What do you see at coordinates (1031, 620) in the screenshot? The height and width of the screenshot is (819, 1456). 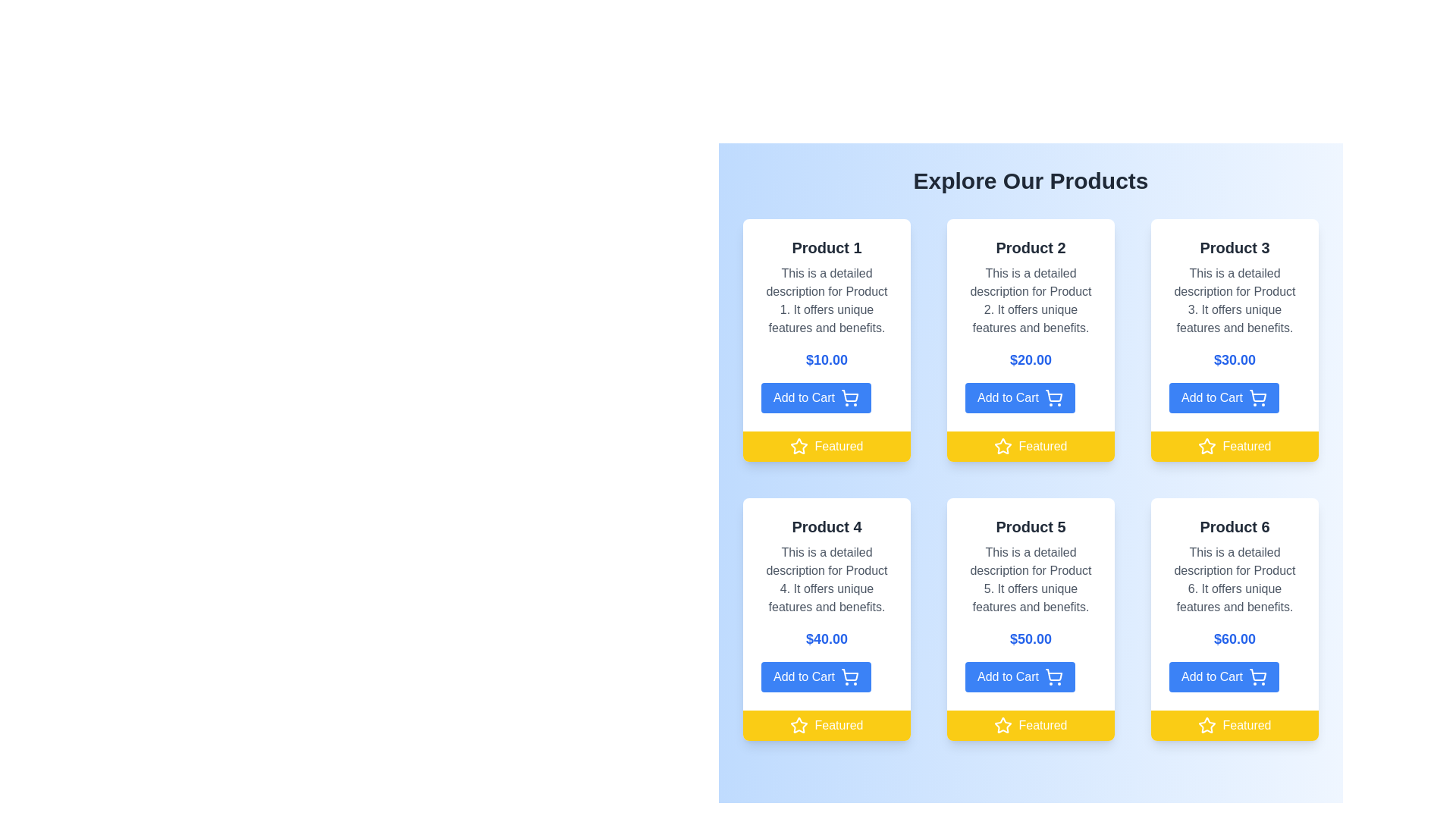 I see `the 'Add to Cart' button on the Product Card for 'Product 5', located in the center of the bottom row of the grid layout` at bounding box center [1031, 620].